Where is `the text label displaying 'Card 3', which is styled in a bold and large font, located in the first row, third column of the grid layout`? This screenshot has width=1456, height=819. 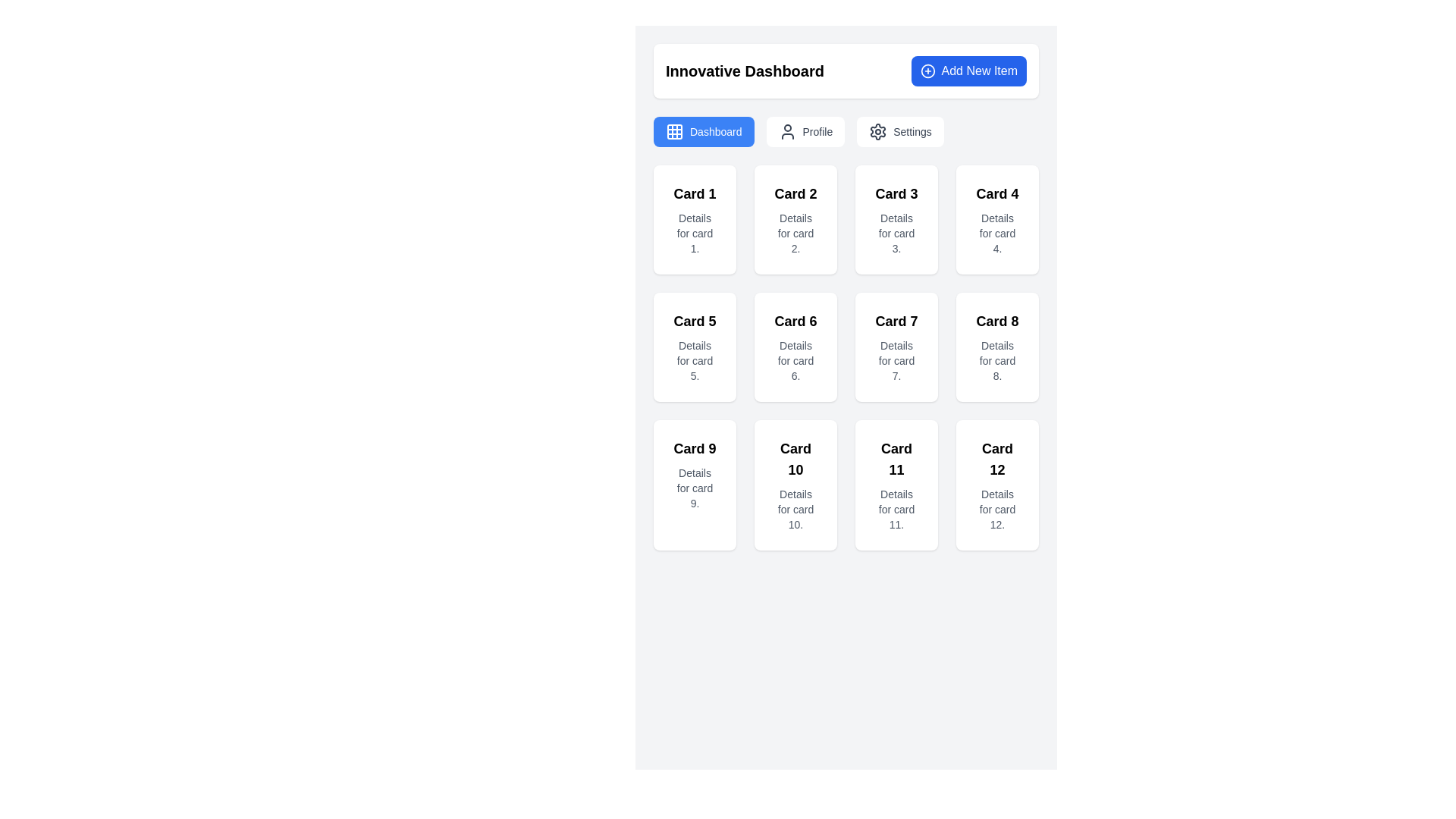
the text label displaying 'Card 3', which is styled in a bold and large font, located in the first row, third column of the grid layout is located at coordinates (896, 193).